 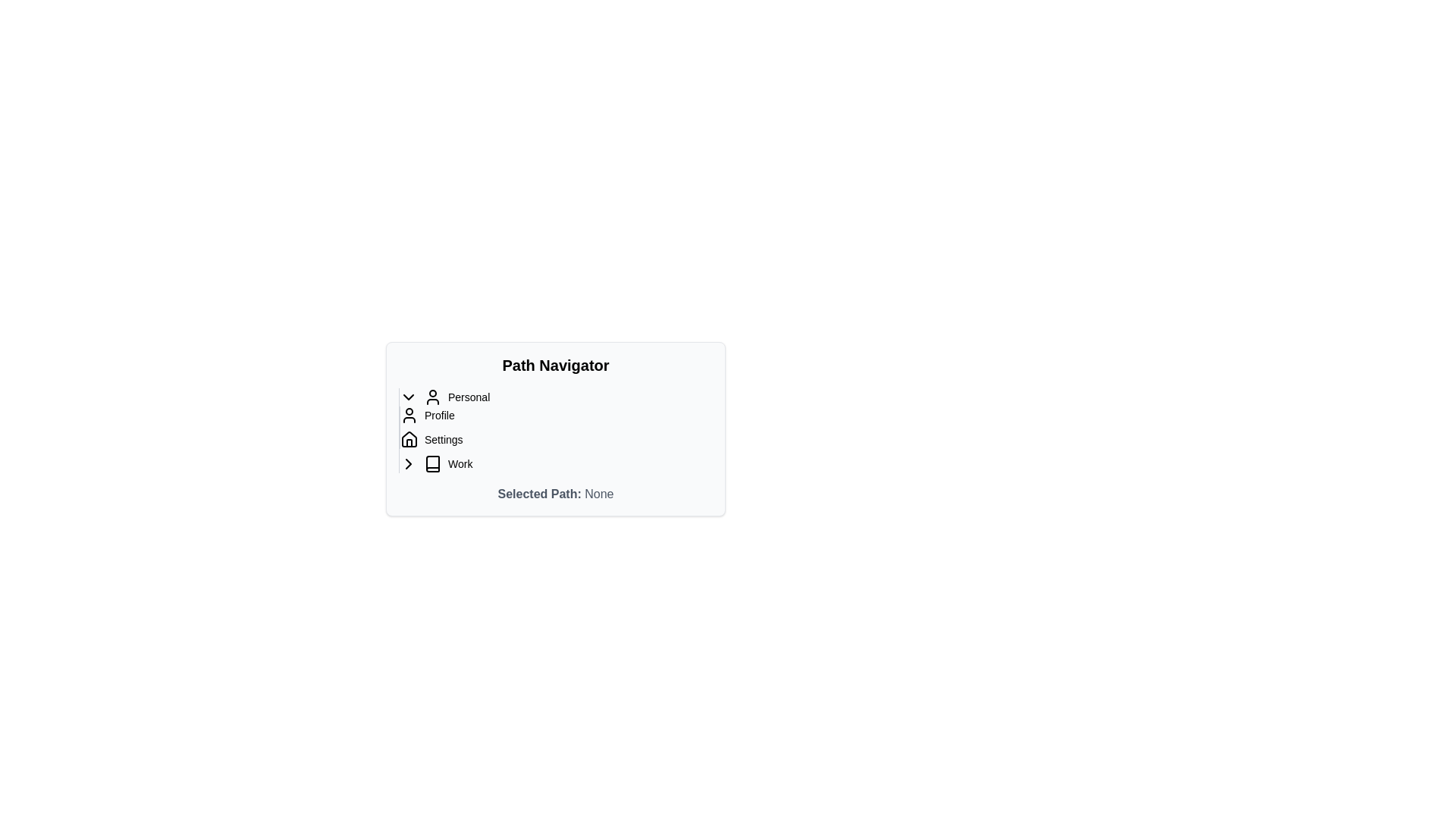 What do you see at coordinates (447, 463) in the screenshot?
I see `the navigational menu item labeled 'Work'` at bounding box center [447, 463].